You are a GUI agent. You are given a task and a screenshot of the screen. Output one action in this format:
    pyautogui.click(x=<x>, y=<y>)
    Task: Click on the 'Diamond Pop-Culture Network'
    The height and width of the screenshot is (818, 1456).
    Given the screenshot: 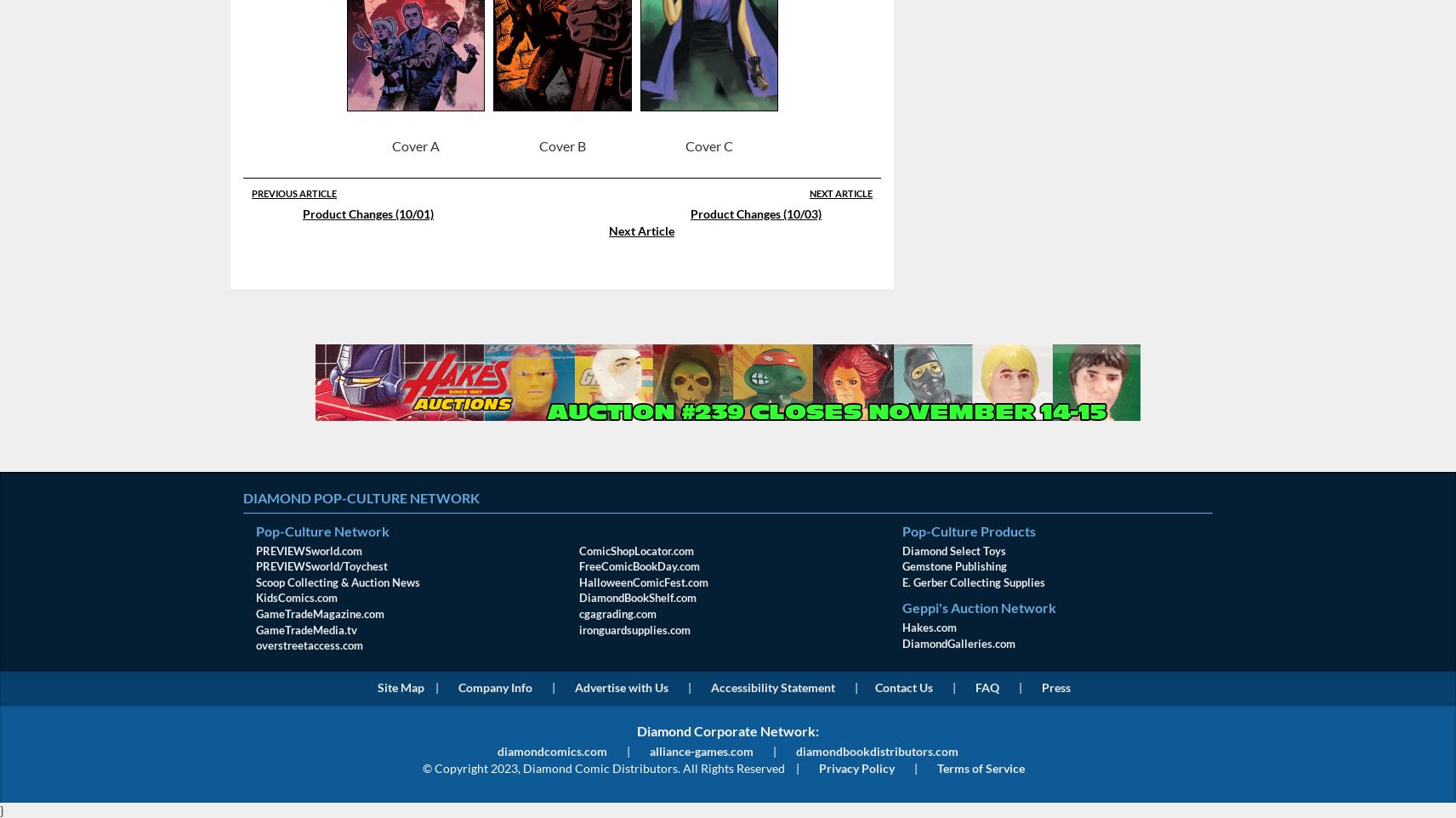 What is the action you would take?
    pyautogui.click(x=361, y=497)
    